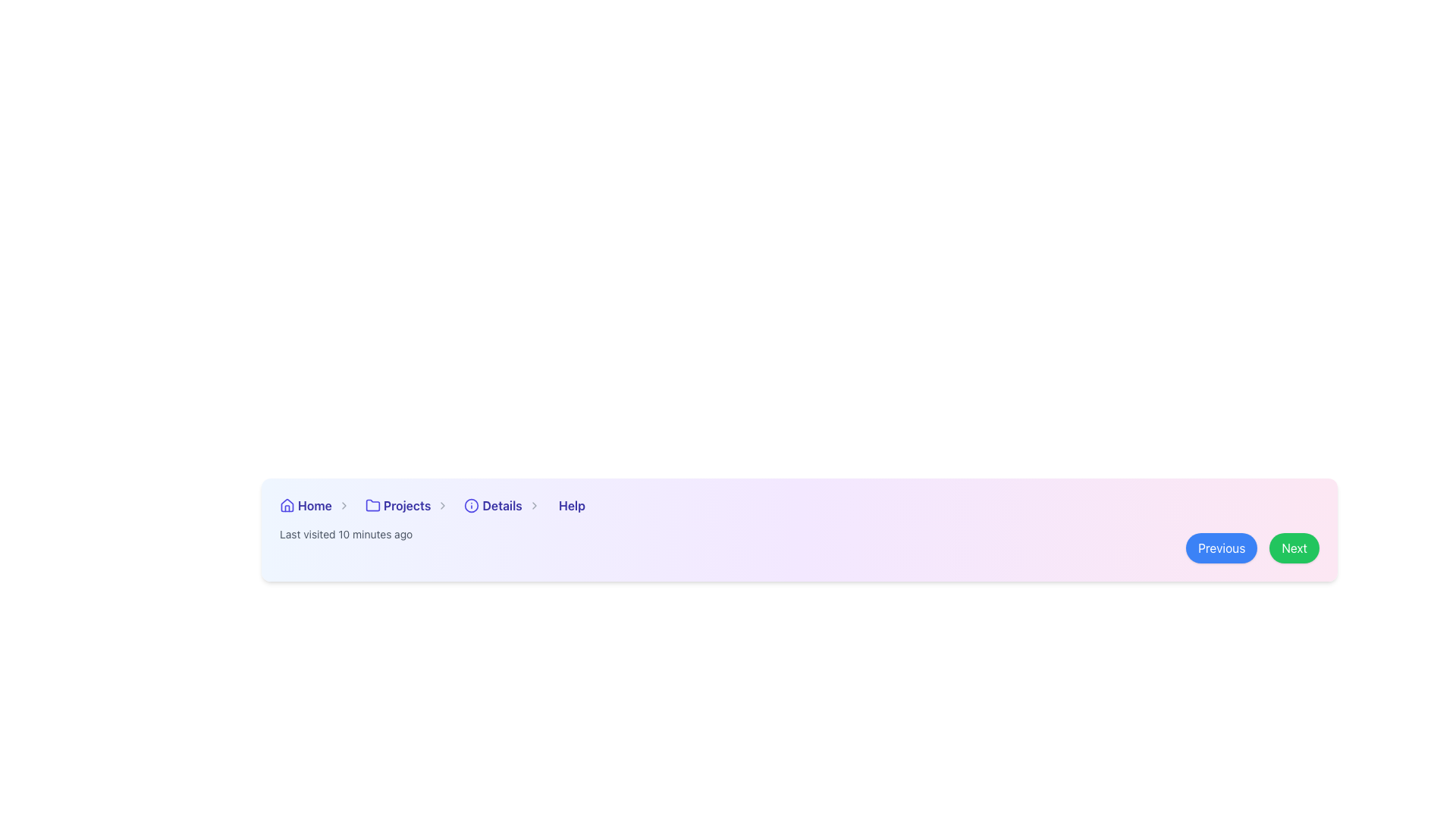 This screenshot has height=819, width=1456. Describe the element at coordinates (287, 506) in the screenshot. I see `the small, simplistic indigo house icon located on the breadcrumb navigation bar next to the 'Home' text` at that location.